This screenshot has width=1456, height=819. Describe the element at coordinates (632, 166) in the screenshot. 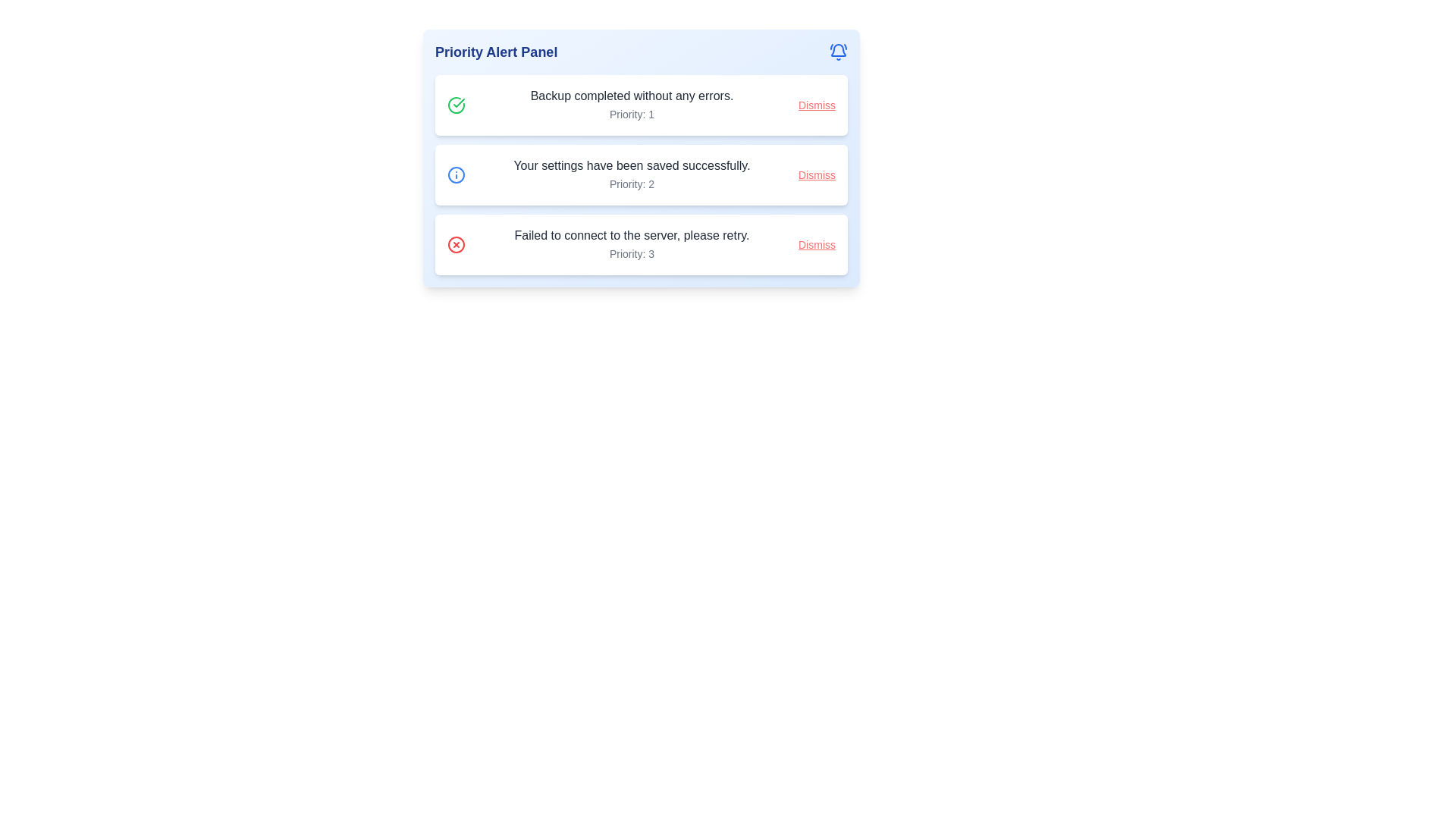

I see `informational text that says 'Your settings have been saved successfully.' displayed in a dark gray font within the alert panel` at that location.